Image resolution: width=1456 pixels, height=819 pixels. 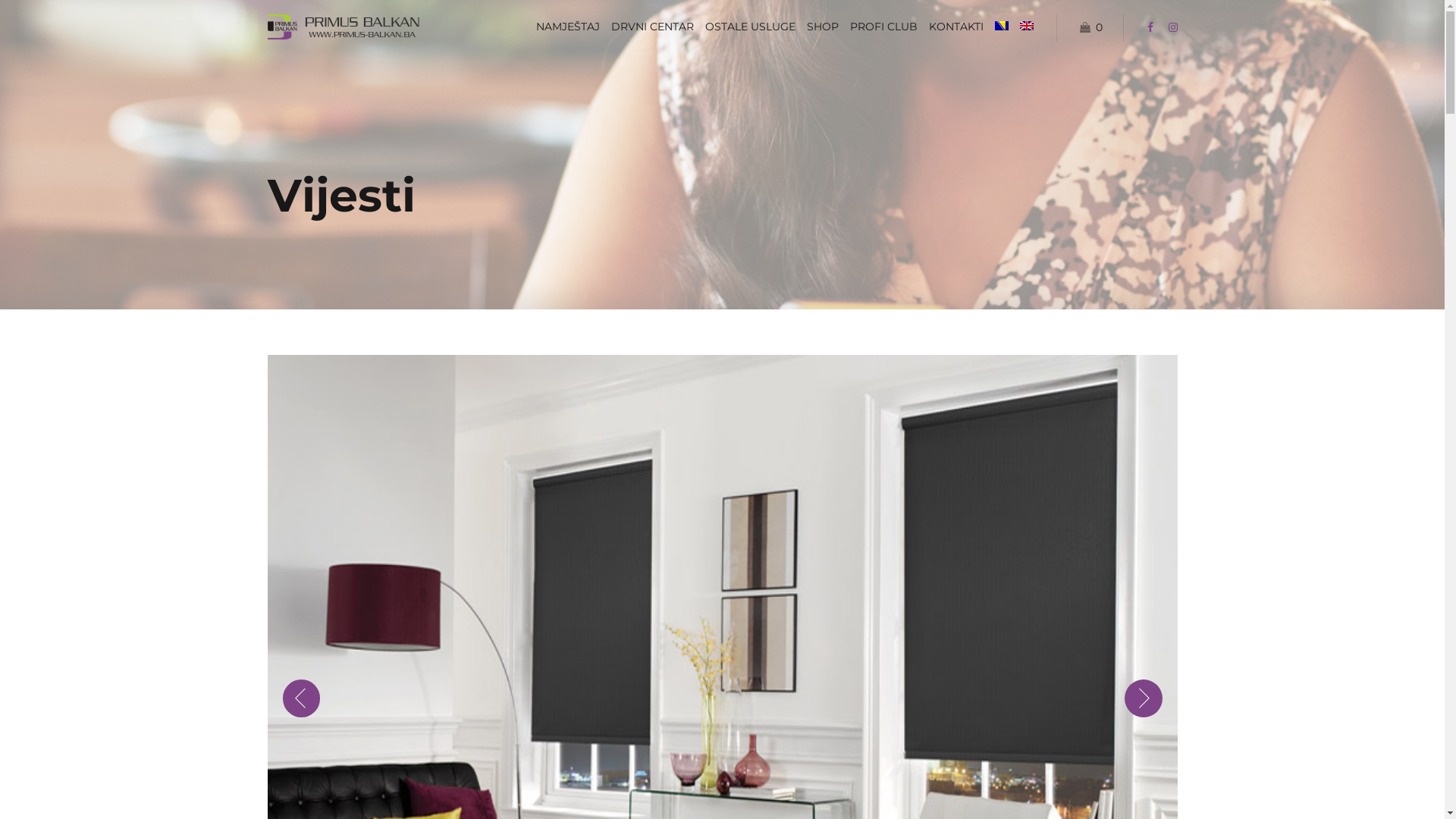 What do you see at coordinates (883, 26) in the screenshot?
I see `'PROFI CLUB'` at bounding box center [883, 26].